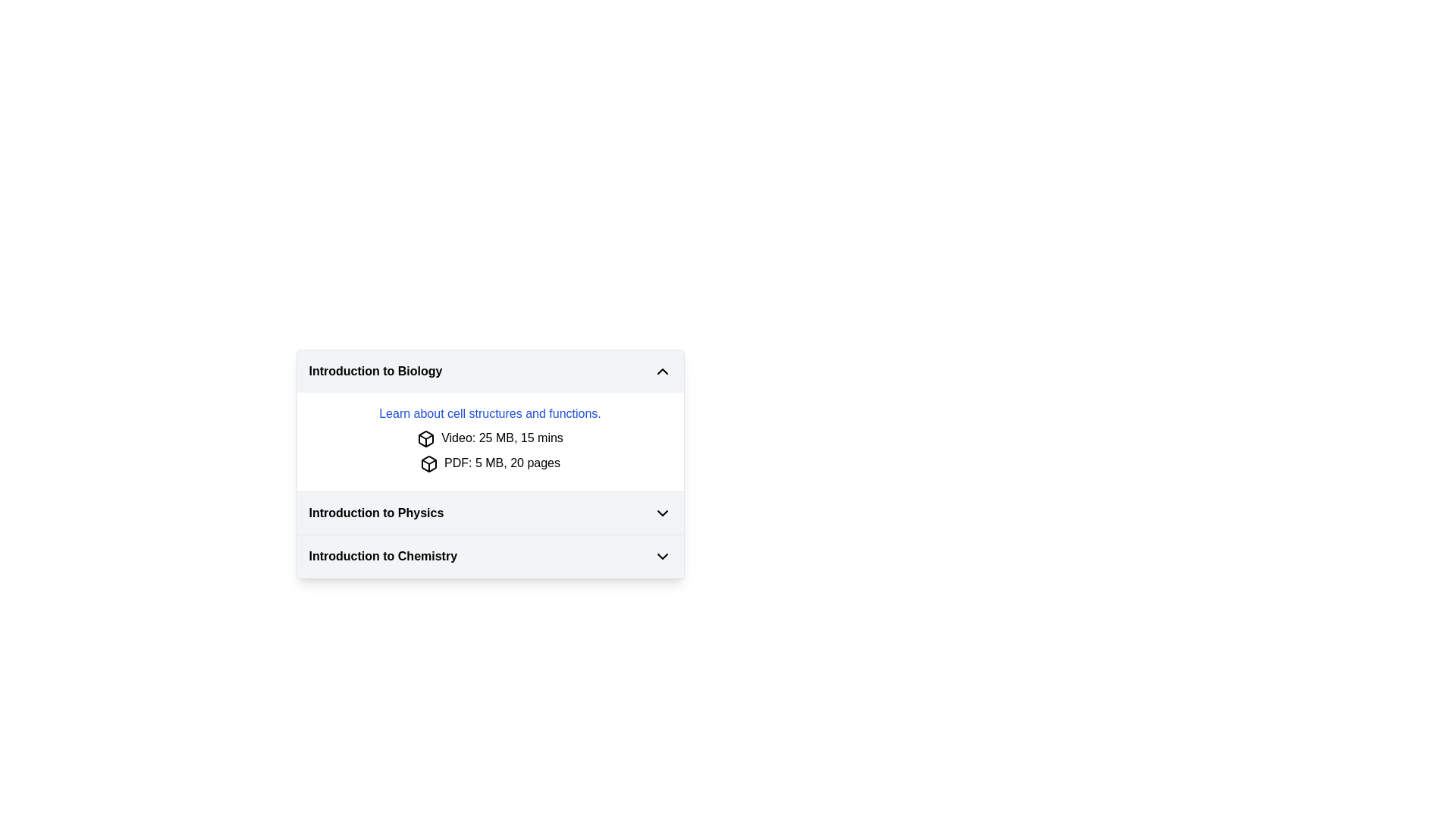 This screenshot has height=819, width=1456. I want to click on the toggle button (chevron icon) located to the far right of the 'Introduction to Biology' section header, so click(662, 371).